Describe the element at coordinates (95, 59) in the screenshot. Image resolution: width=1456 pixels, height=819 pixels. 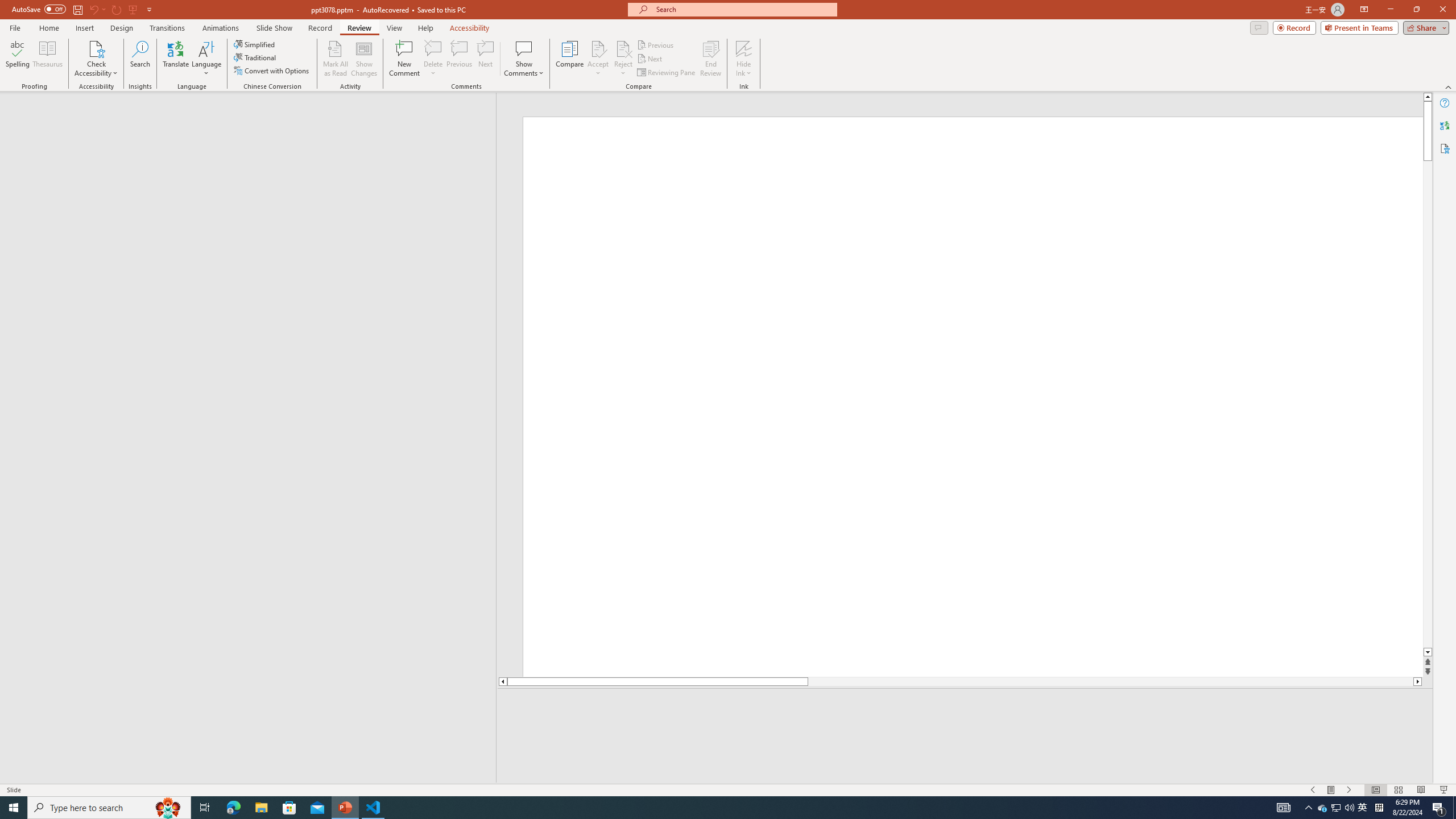
I see `'Check Accessibility'` at that location.